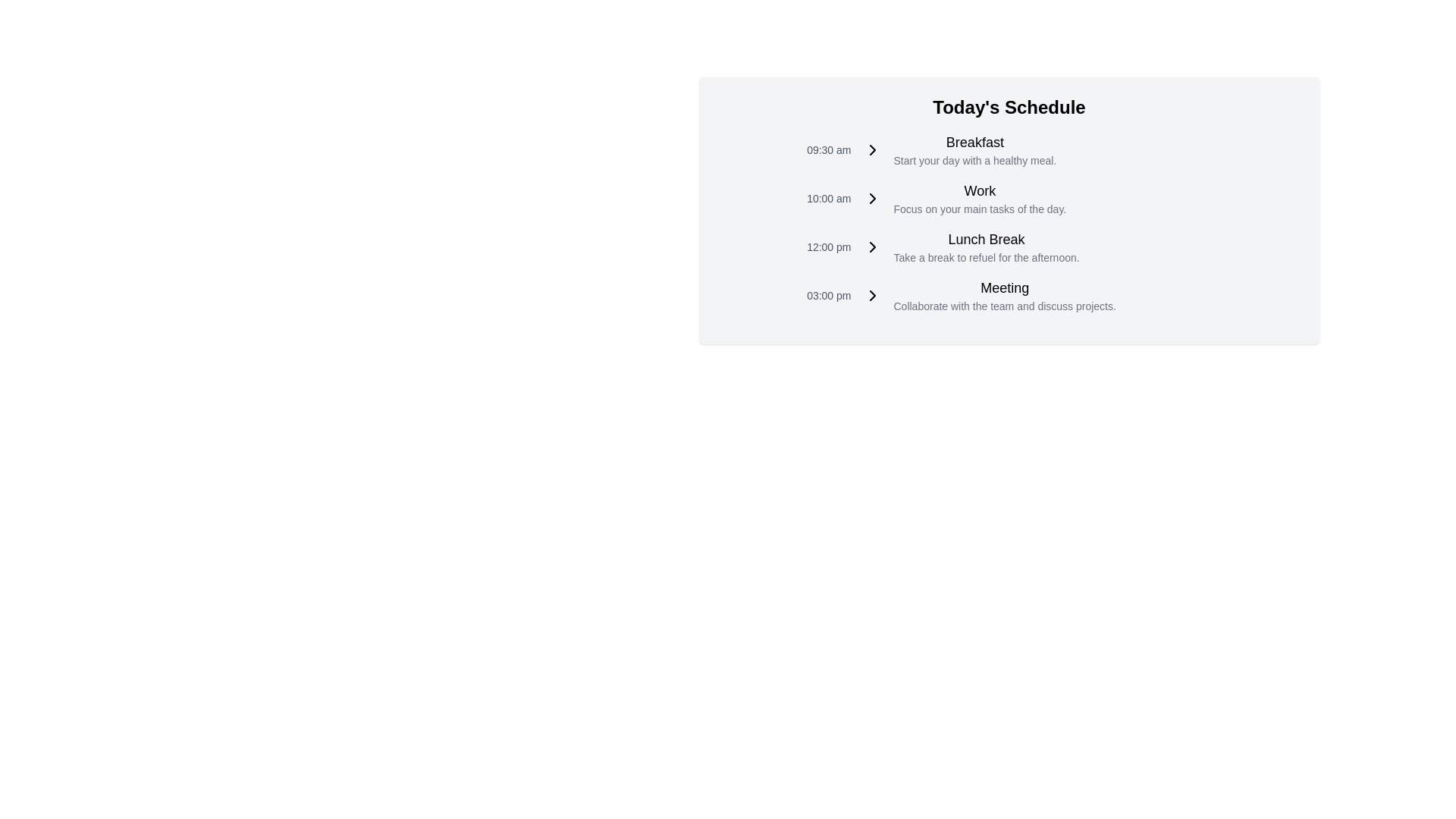  Describe the element at coordinates (1009, 295) in the screenshot. I see `the fourth list entry in 'Today's Schedule' that contains information about a meeting scheduled at 03:00 pm` at that location.